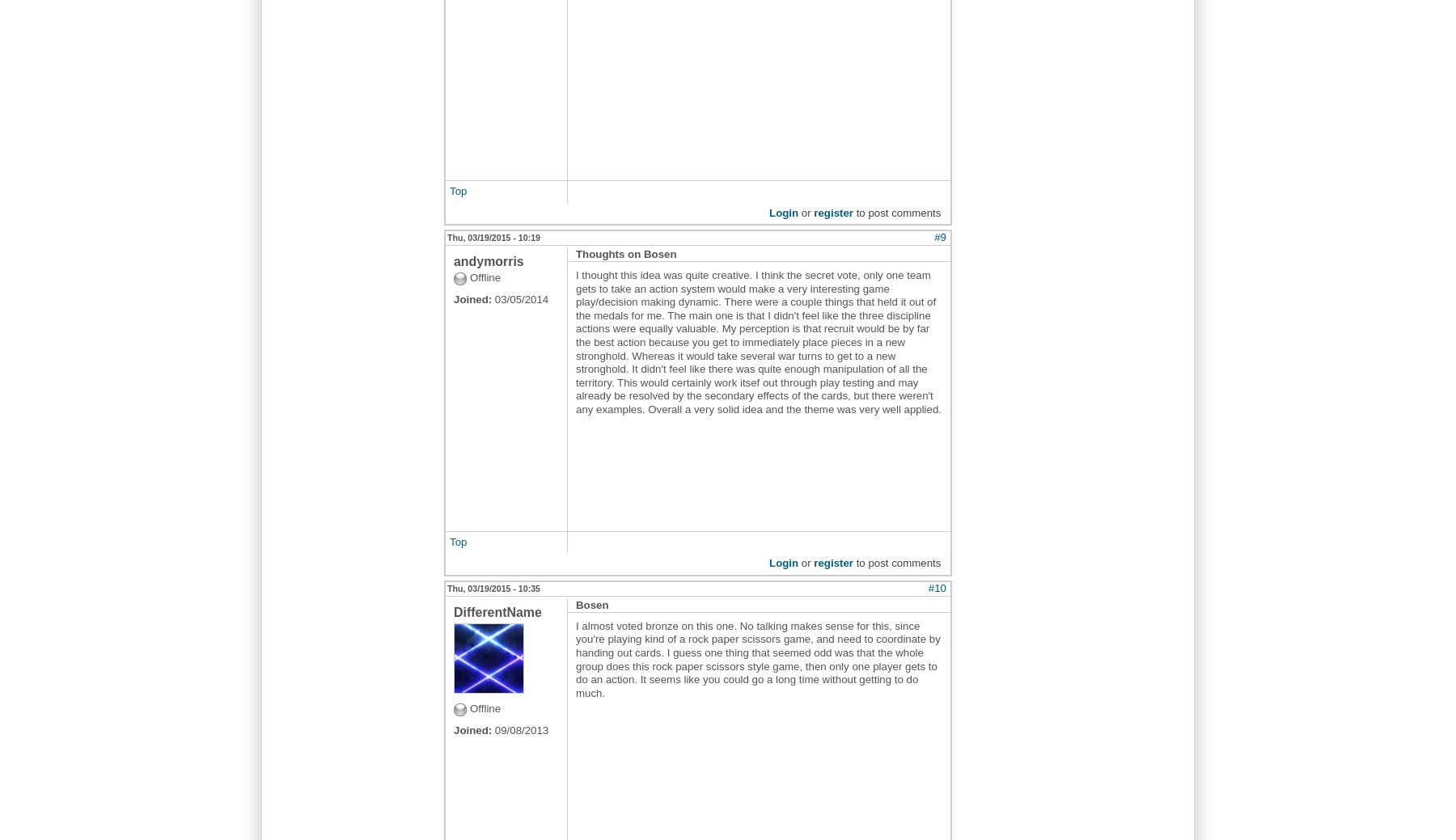 This screenshot has height=840, width=1456. Describe the element at coordinates (489, 260) in the screenshot. I see `'andymorris'` at that location.